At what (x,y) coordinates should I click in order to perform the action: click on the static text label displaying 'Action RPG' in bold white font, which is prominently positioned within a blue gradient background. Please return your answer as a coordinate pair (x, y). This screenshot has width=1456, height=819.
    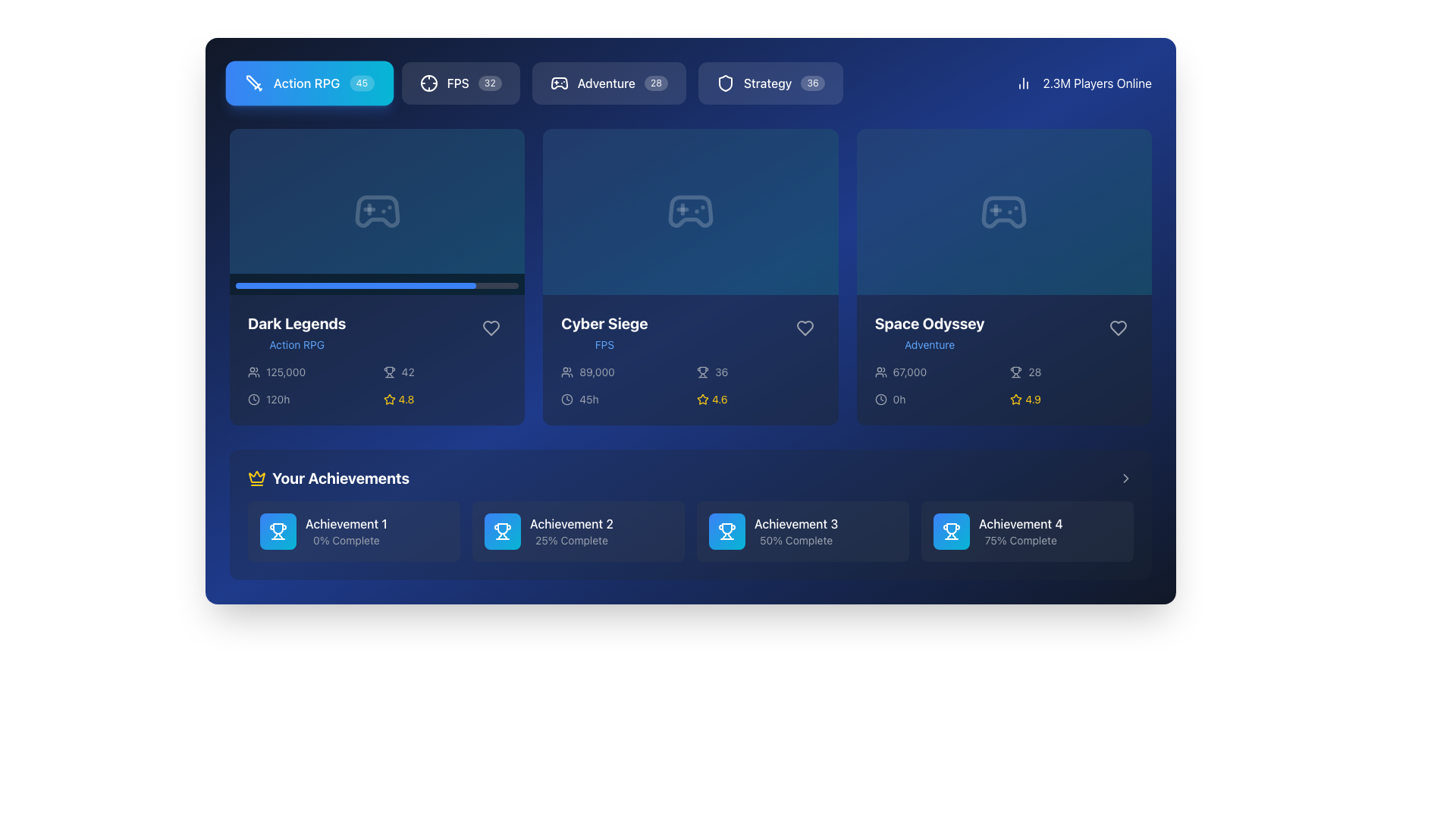
    Looking at the image, I should click on (306, 83).